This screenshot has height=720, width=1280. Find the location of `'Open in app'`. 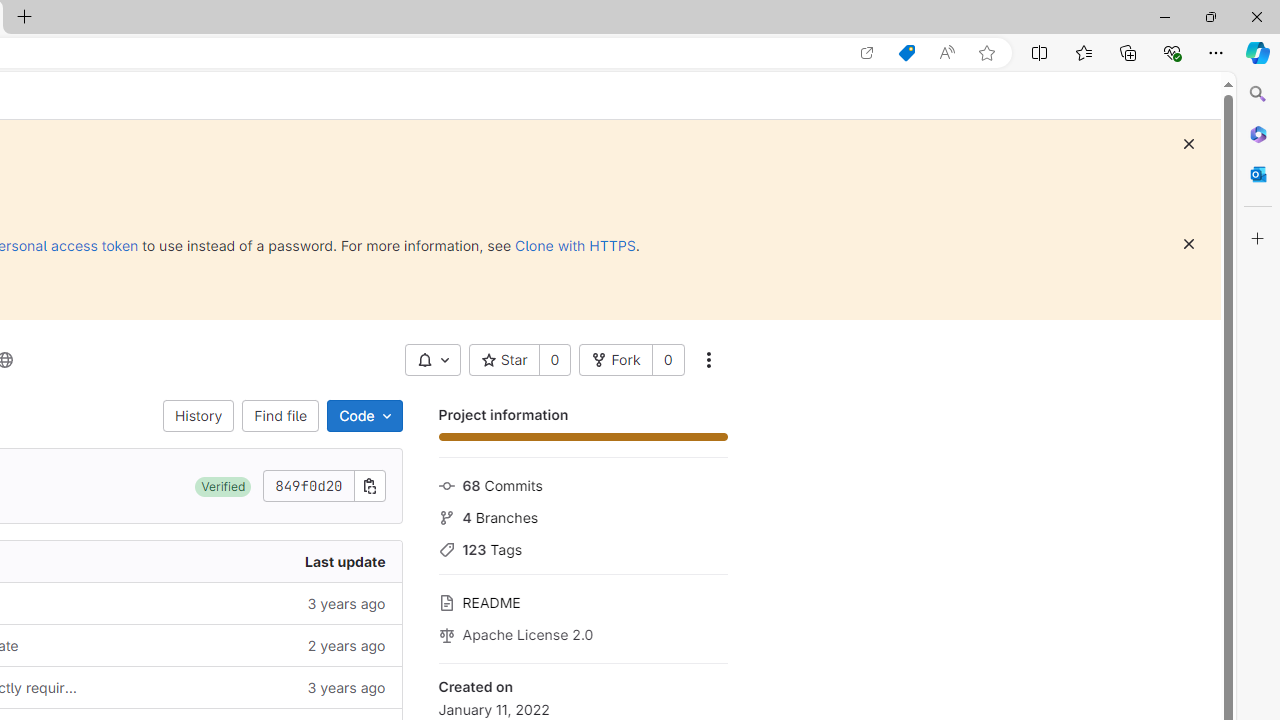

'Open in app' is located at coordinates (867, 52).